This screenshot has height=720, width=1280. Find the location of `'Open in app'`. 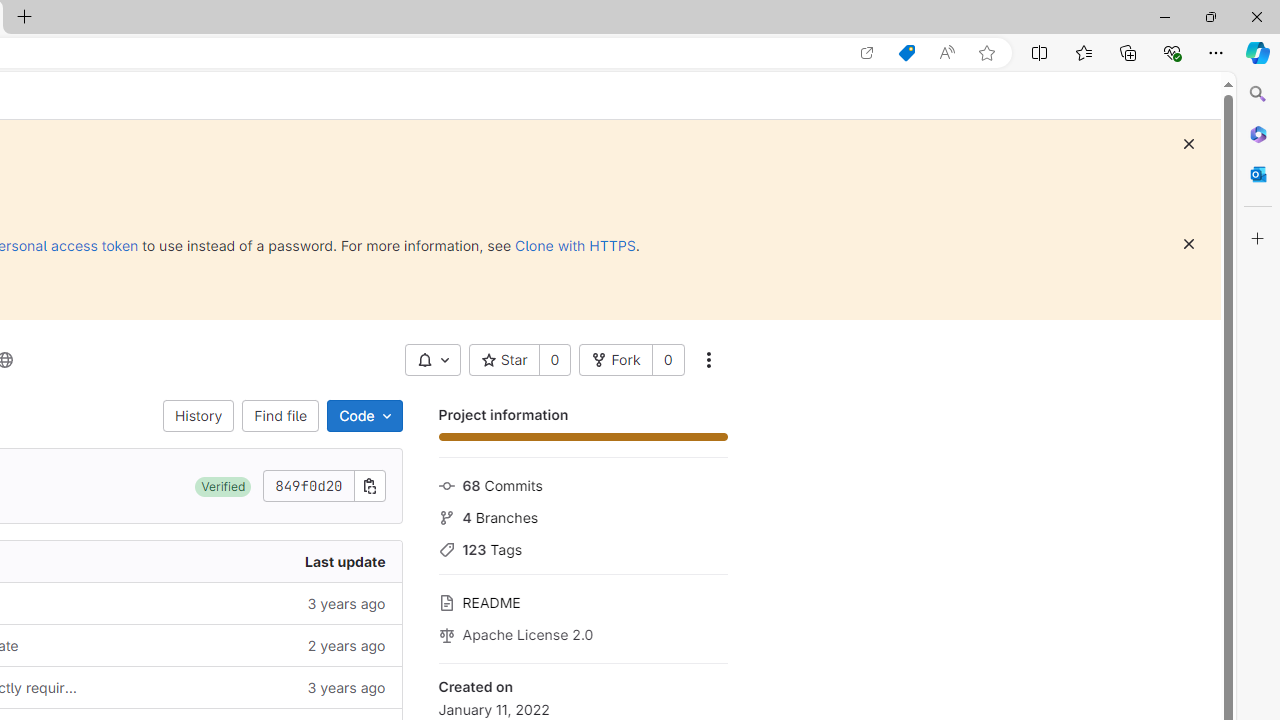

'Open in app' is located at coordinates (867, 52).